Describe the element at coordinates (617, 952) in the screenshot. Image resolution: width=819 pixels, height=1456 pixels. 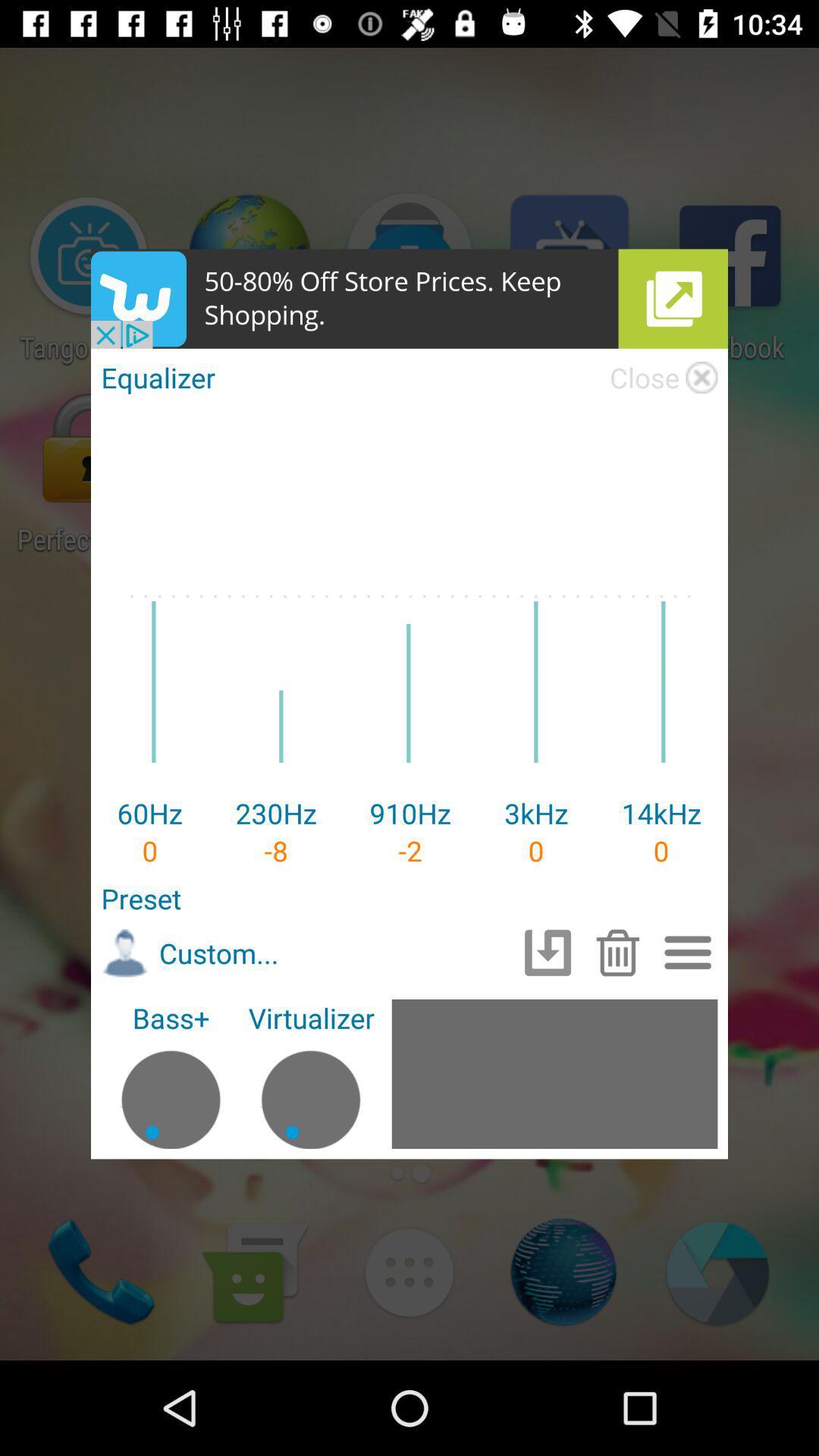
I see `the delete icon` at that location.